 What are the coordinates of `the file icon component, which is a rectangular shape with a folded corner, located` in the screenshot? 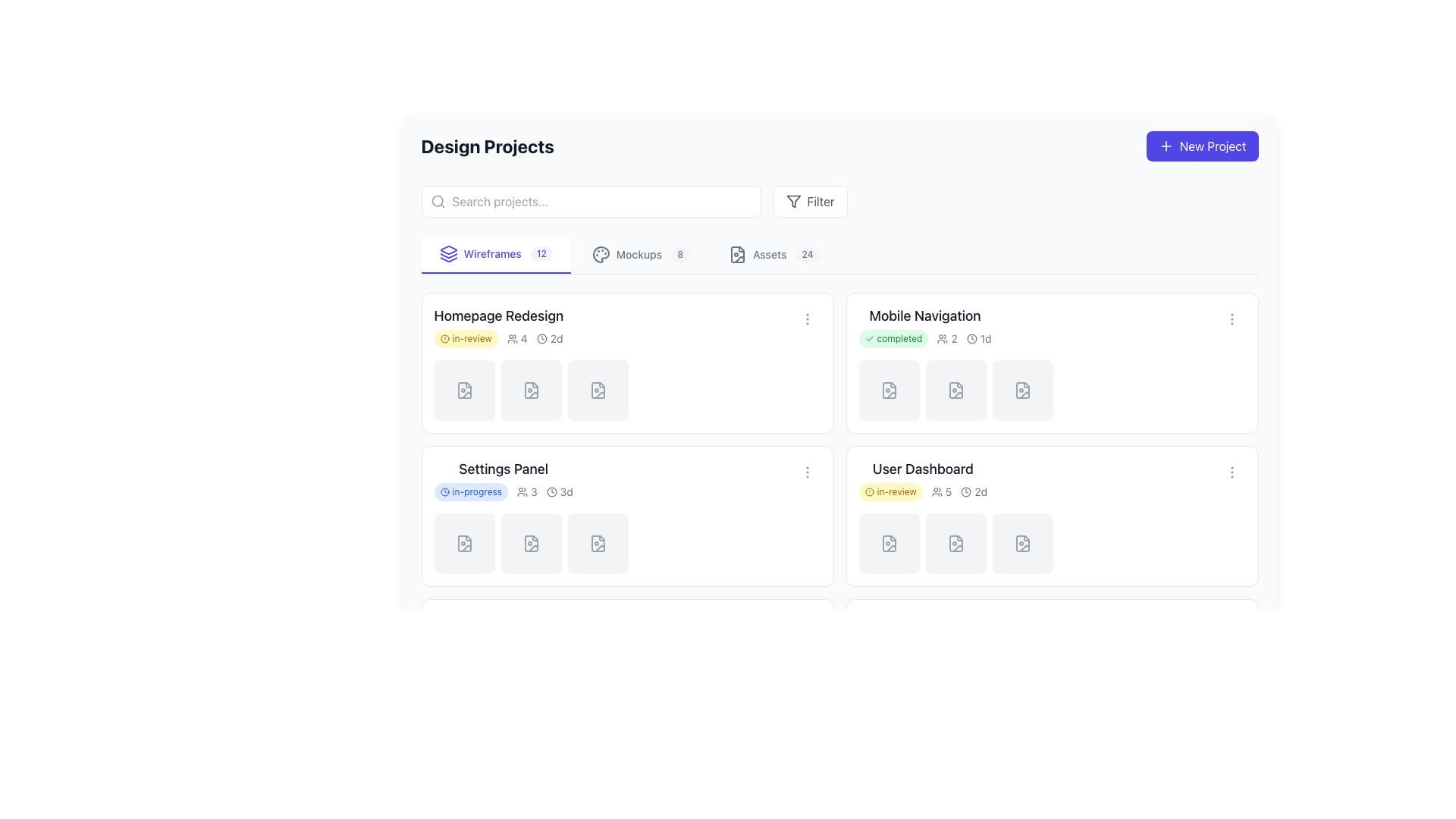 It's located at (889, 390).